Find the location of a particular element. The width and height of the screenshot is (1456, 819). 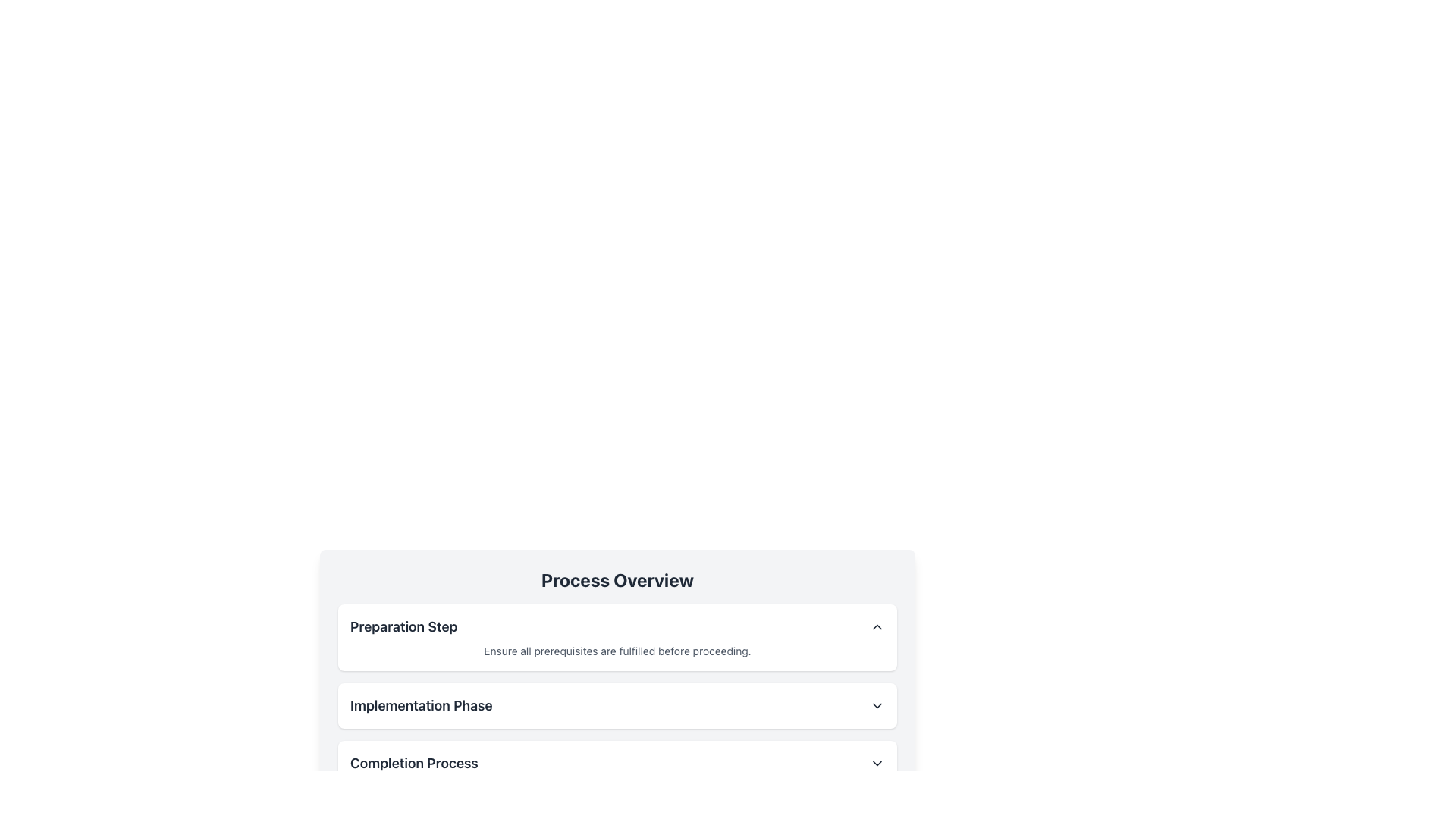

the text label that states 'Ensure all prerequisites are fulfilled before proceeding.', located beneath the 'Preparation Step' section header is located at coordinates (617, 651).